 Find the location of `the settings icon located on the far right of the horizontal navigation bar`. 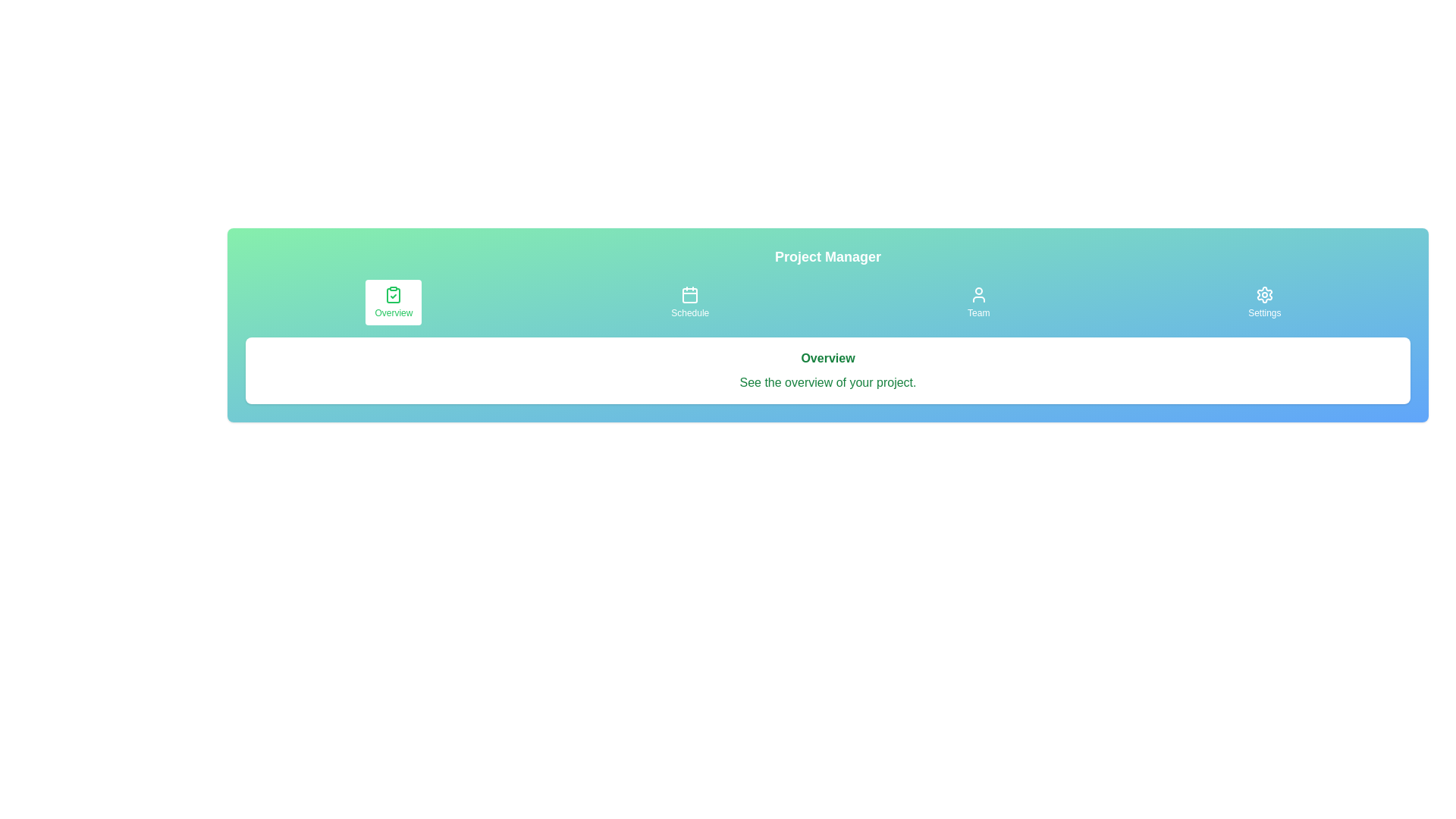

the settings icon located on the far right of the horizontal navigation bar is located at coordinates (1264, 295).